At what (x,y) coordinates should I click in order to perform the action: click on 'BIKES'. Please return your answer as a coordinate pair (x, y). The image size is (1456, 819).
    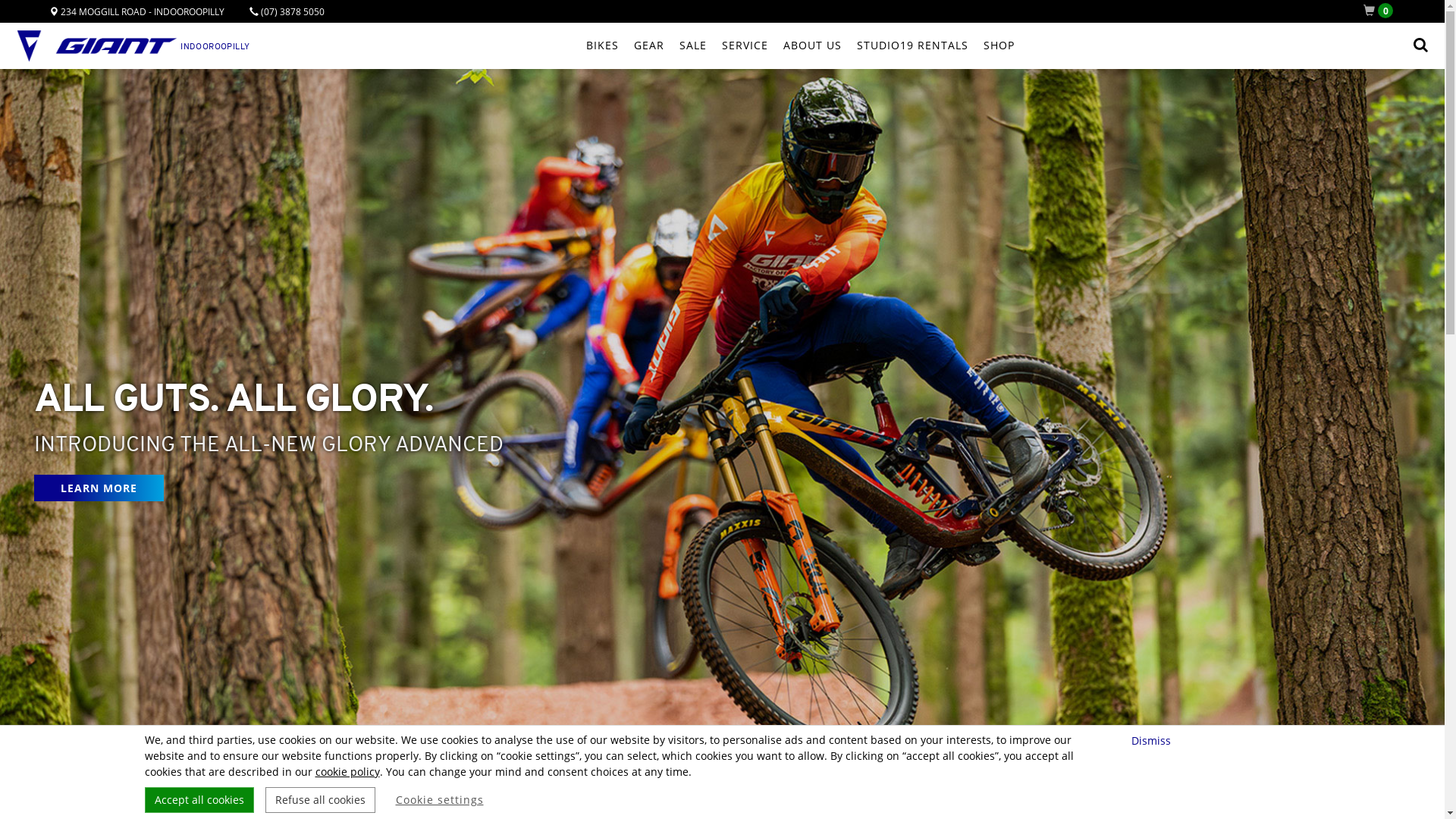
    Looking at the image, I should click on (601, 45).